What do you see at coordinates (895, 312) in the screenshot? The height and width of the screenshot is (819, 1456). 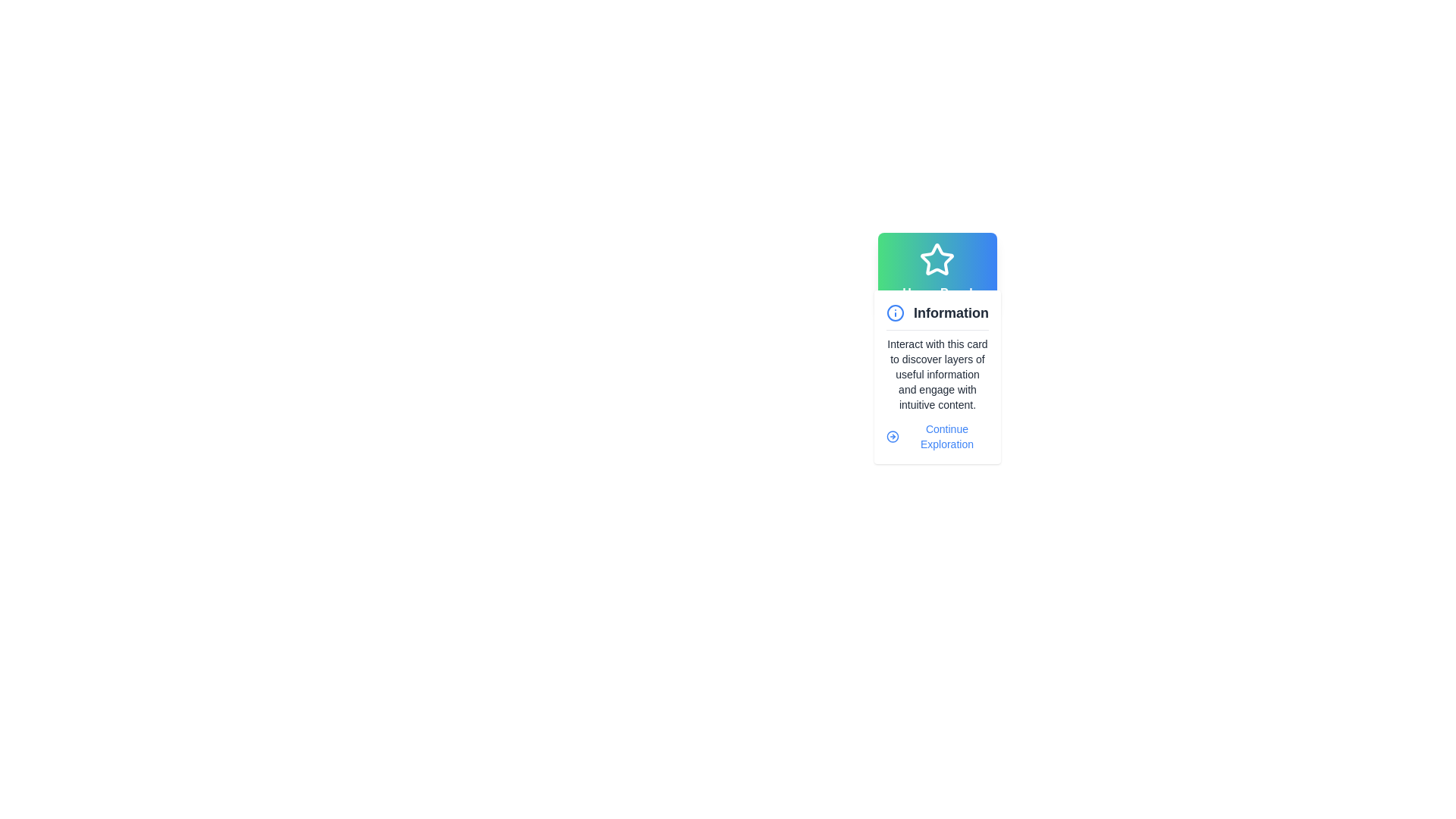 I see `the information icon located directly to the left of the 'Information' text` at bounding box center [895, 312].